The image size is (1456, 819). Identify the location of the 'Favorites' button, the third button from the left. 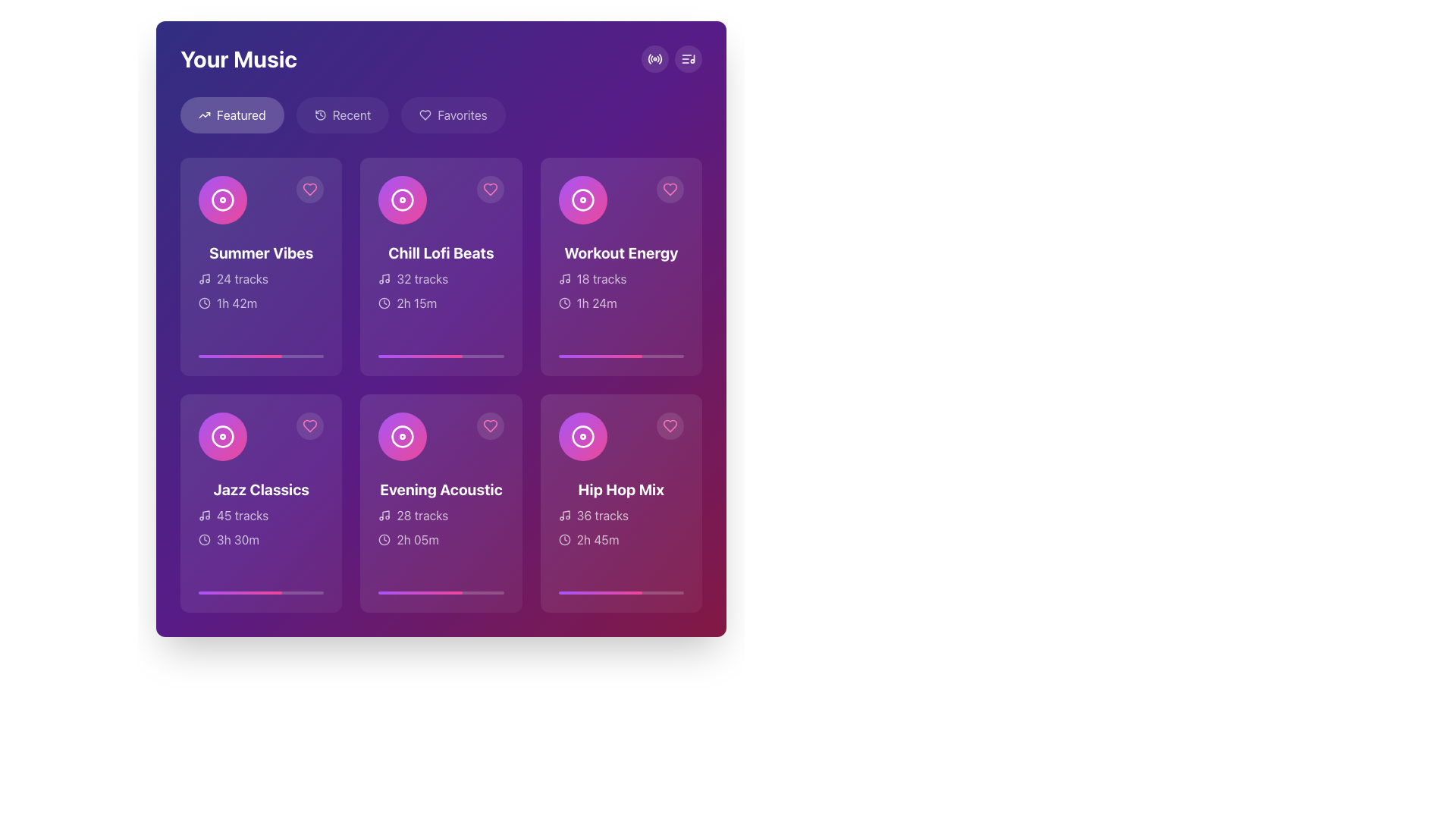
(453, 114).